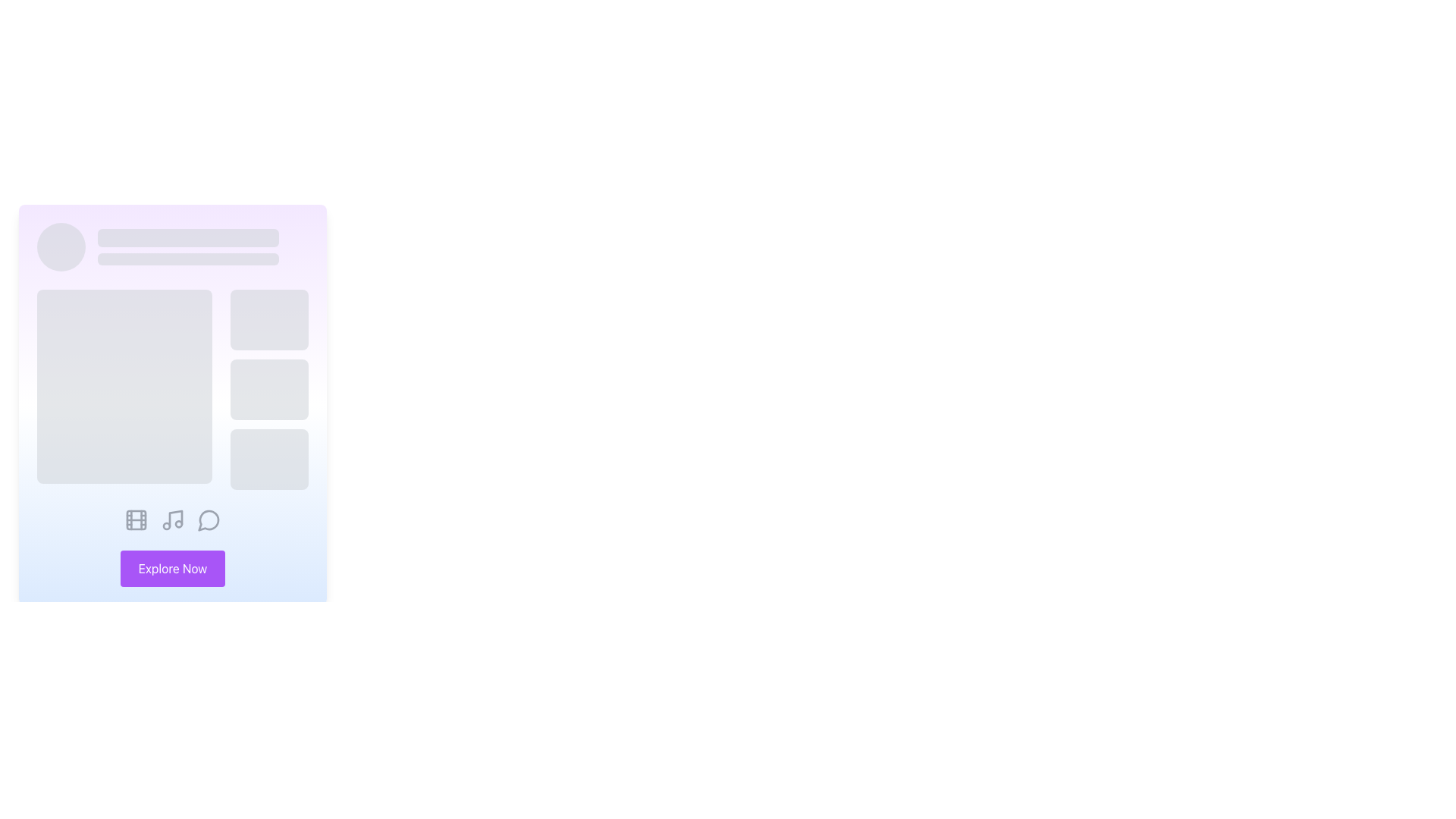  I want to click on the second Placeholder element in the vertical column of loading animations, which serves as a visual indicator of a UI component yet to be populated with content, so click(269, 388).